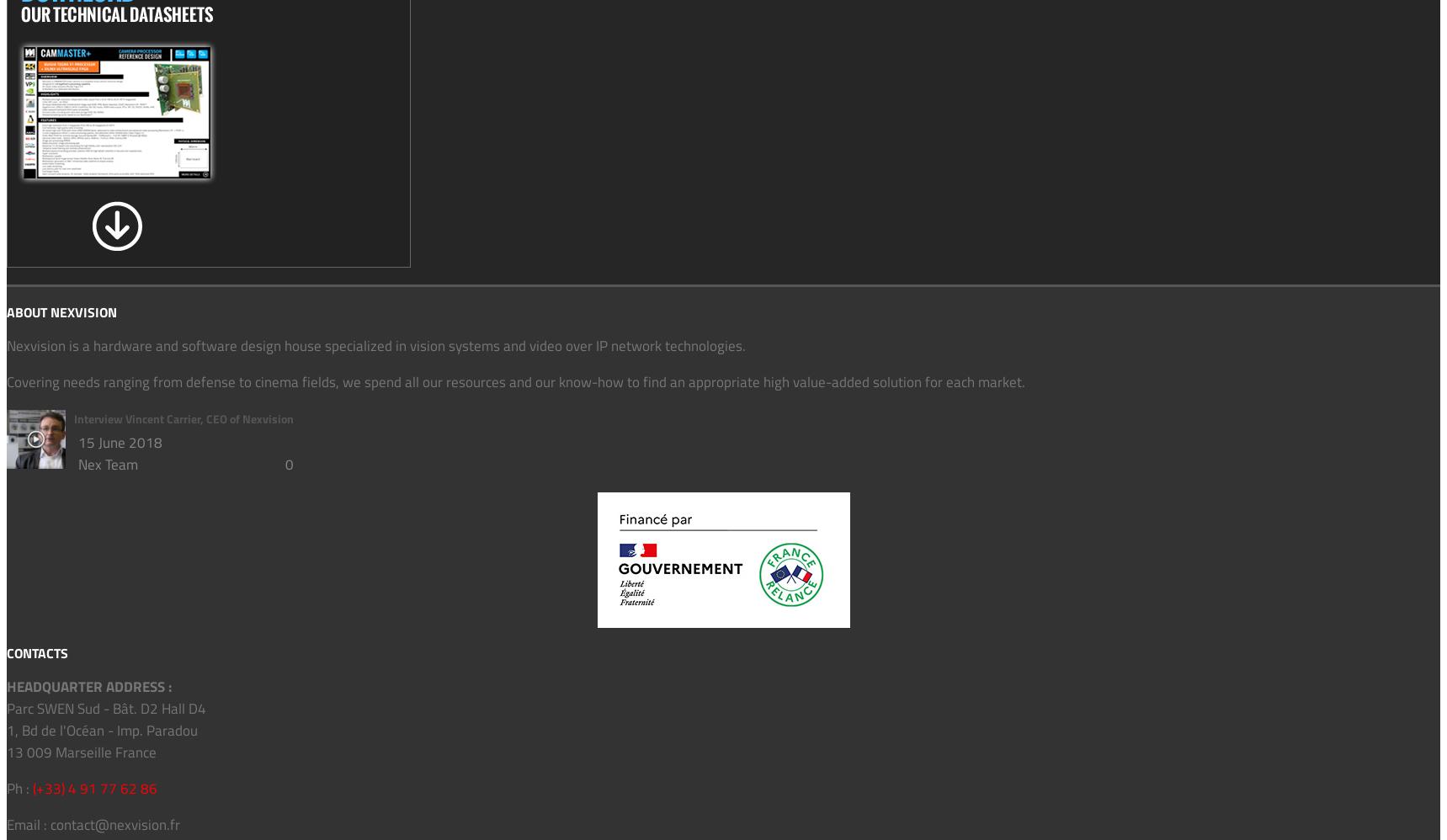 The image size is (1447, 840). I want to click on '0', so click(288, 462).